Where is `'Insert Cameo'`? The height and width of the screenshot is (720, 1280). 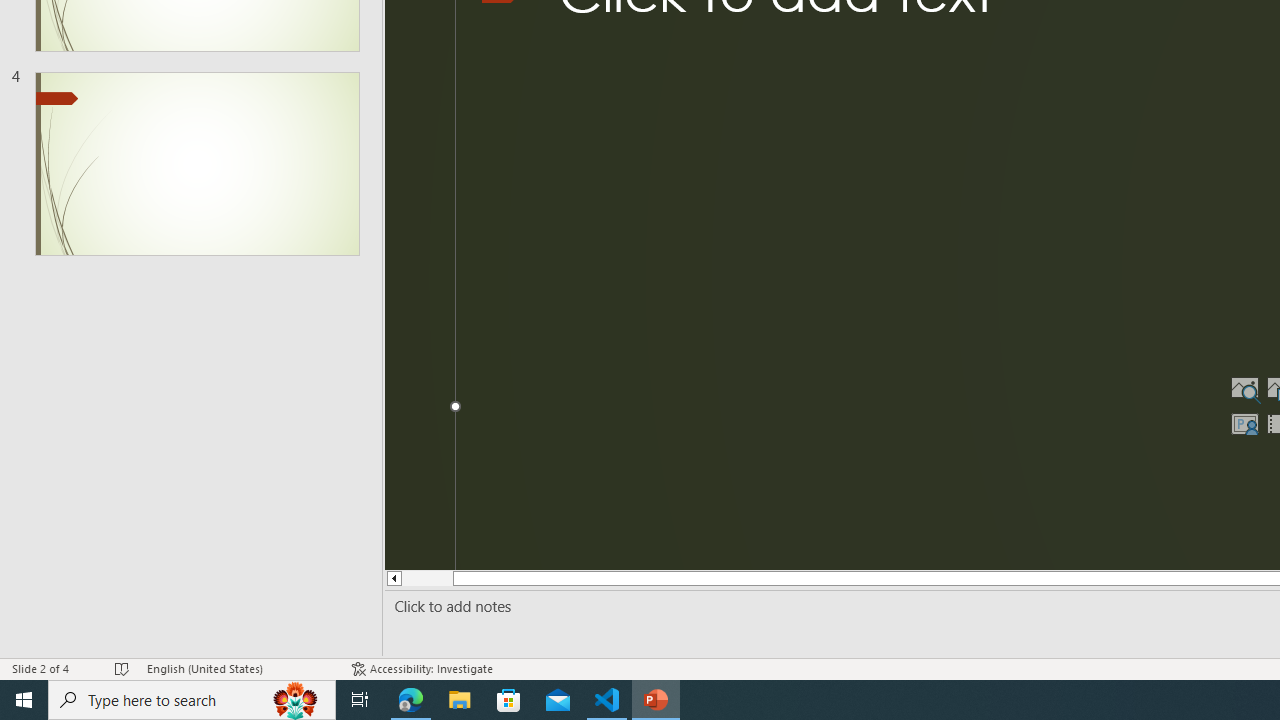
'Insert Cameo' is located at coordinates (1243, 423).